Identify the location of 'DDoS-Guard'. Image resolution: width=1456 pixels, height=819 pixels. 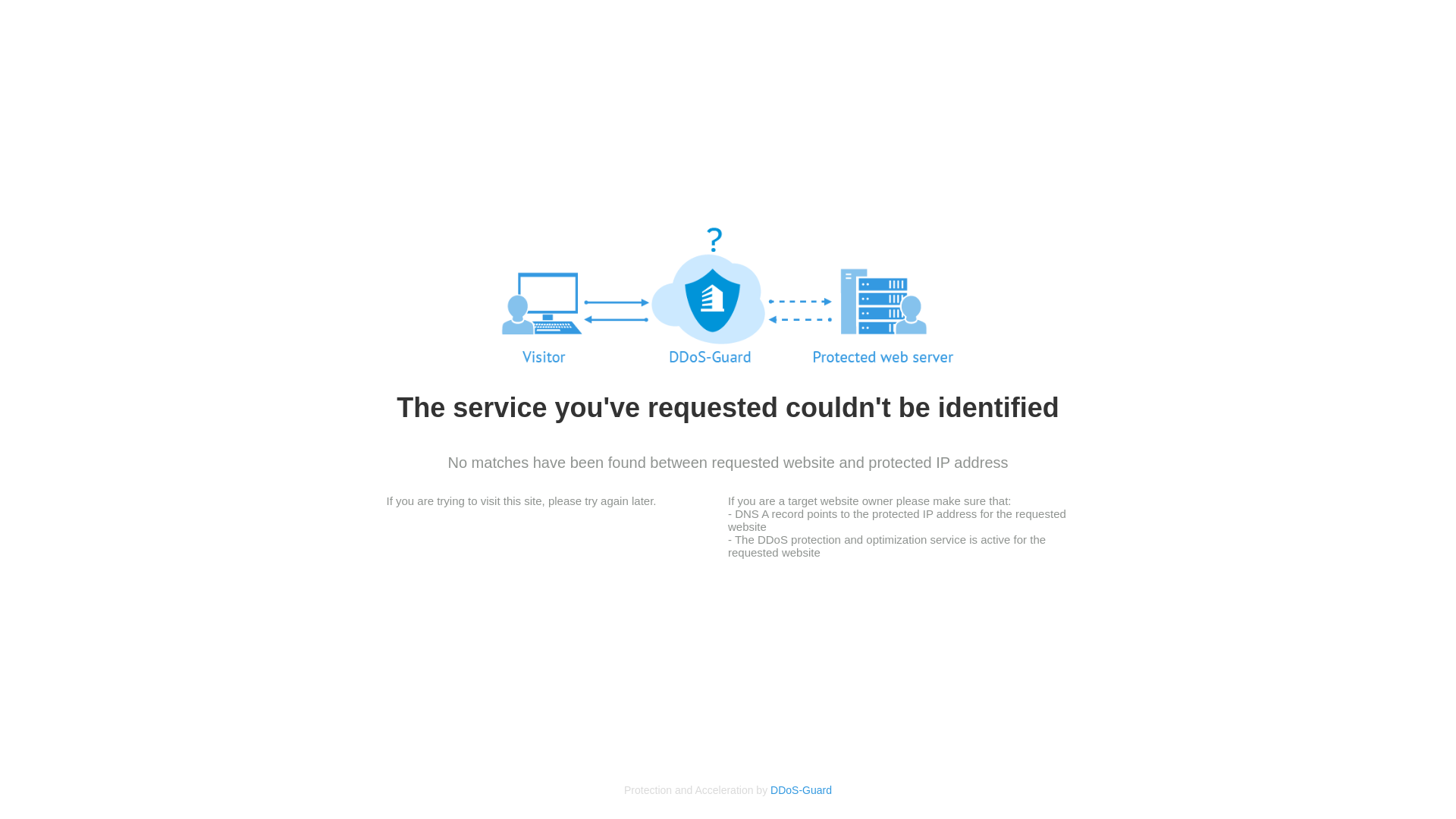
(800, 789).